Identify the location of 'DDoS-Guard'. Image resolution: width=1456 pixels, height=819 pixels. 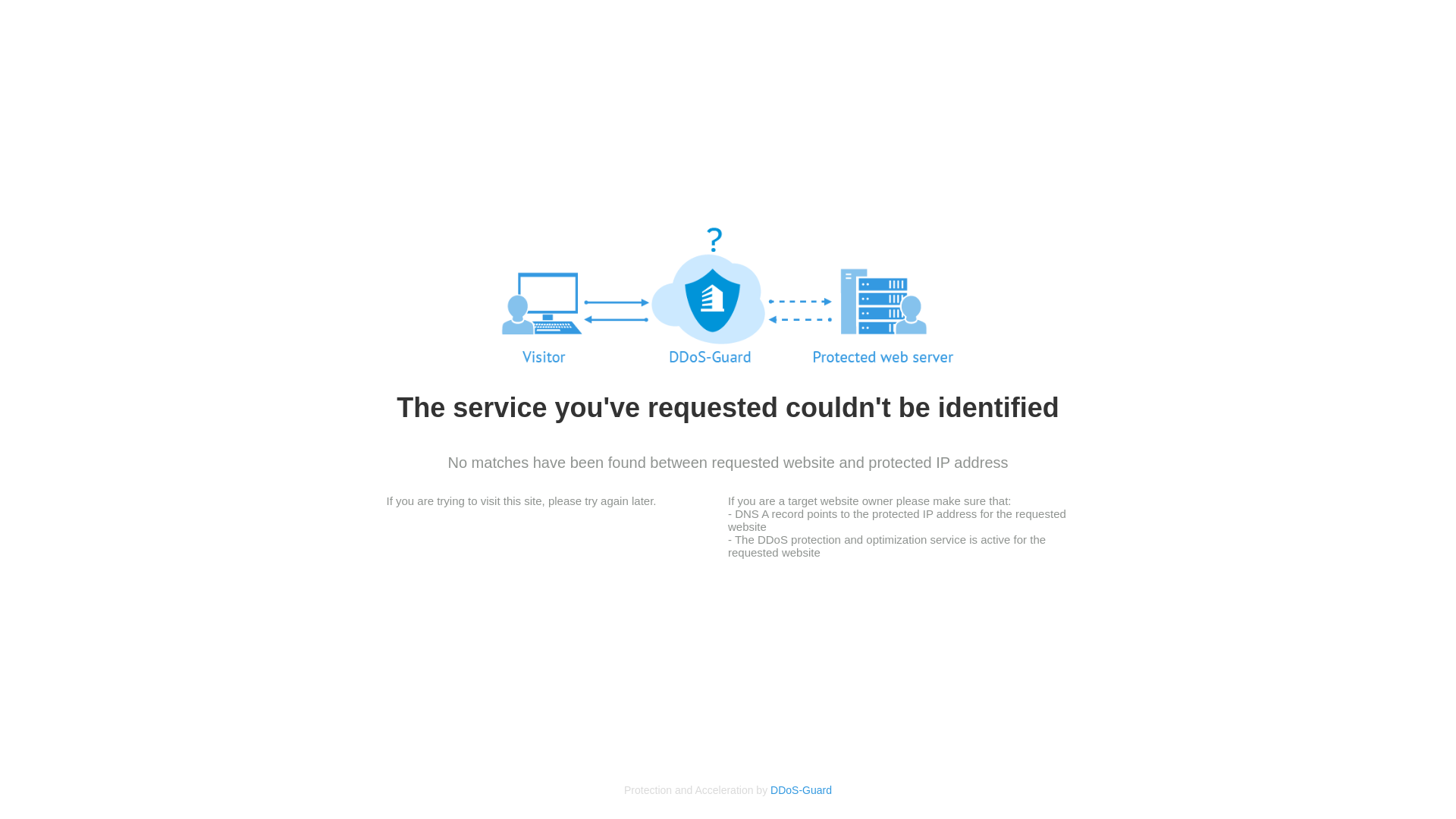
(800, 789).